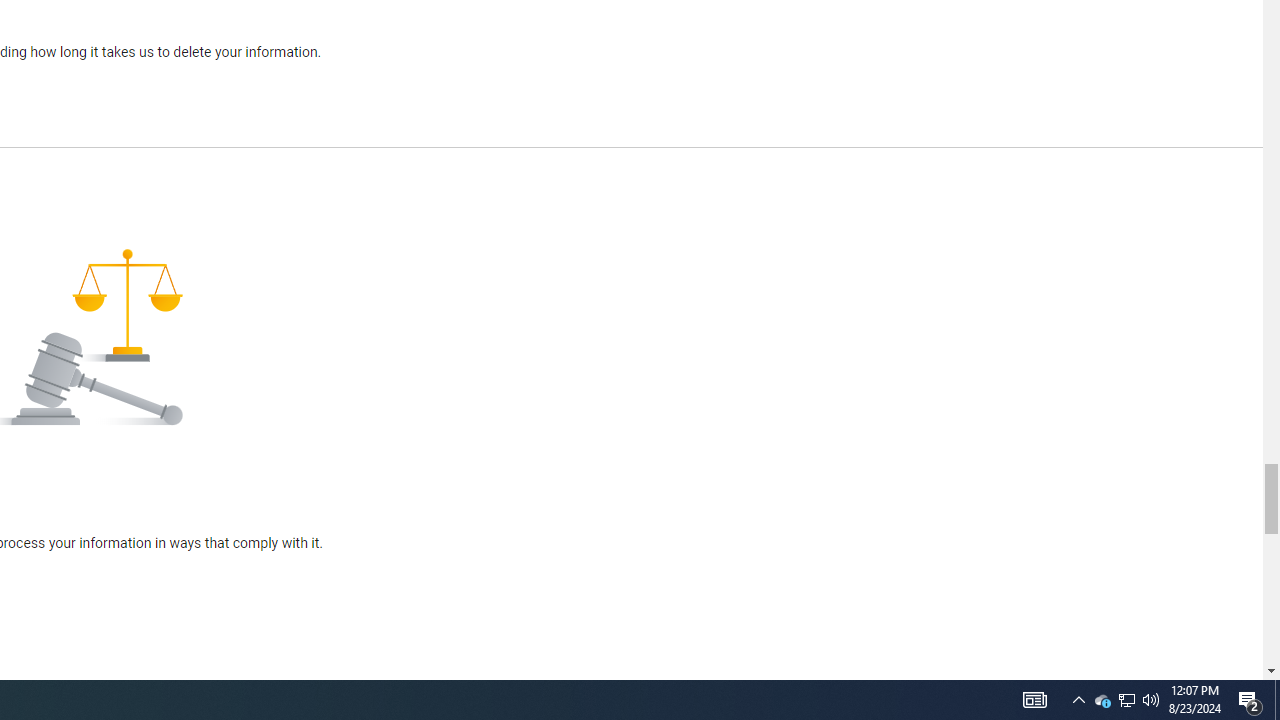  What do you see at coordinates (1276, 698) in the screenshot?
I see `'Show desktop'` at bounding box center [1276, 698].